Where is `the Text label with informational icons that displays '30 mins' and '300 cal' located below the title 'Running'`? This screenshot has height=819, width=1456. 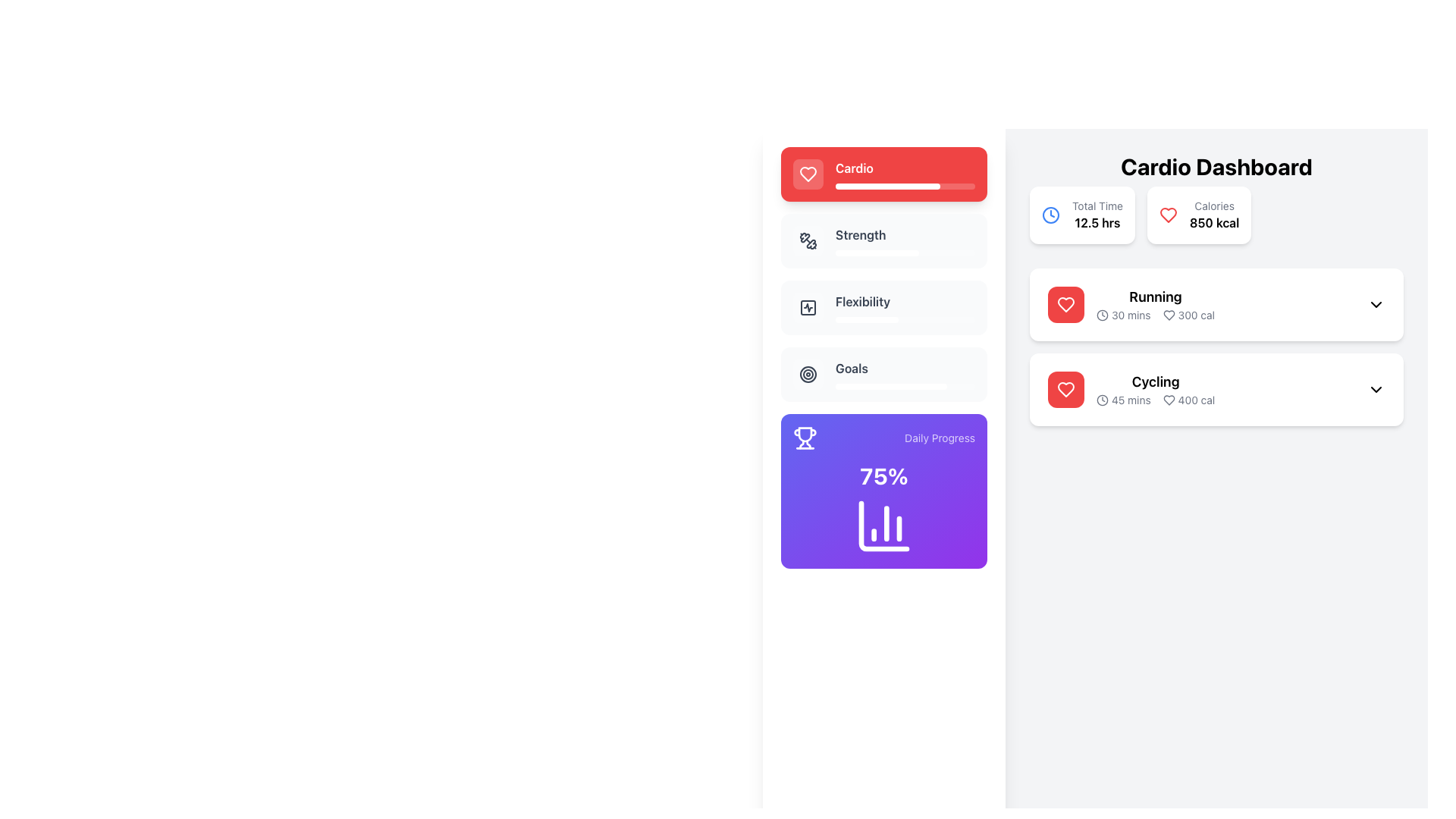 the Text label with informational icons that displays '30 mins' and '300 cal' located below the title 'Running' is located at coordinates (1155, 315).